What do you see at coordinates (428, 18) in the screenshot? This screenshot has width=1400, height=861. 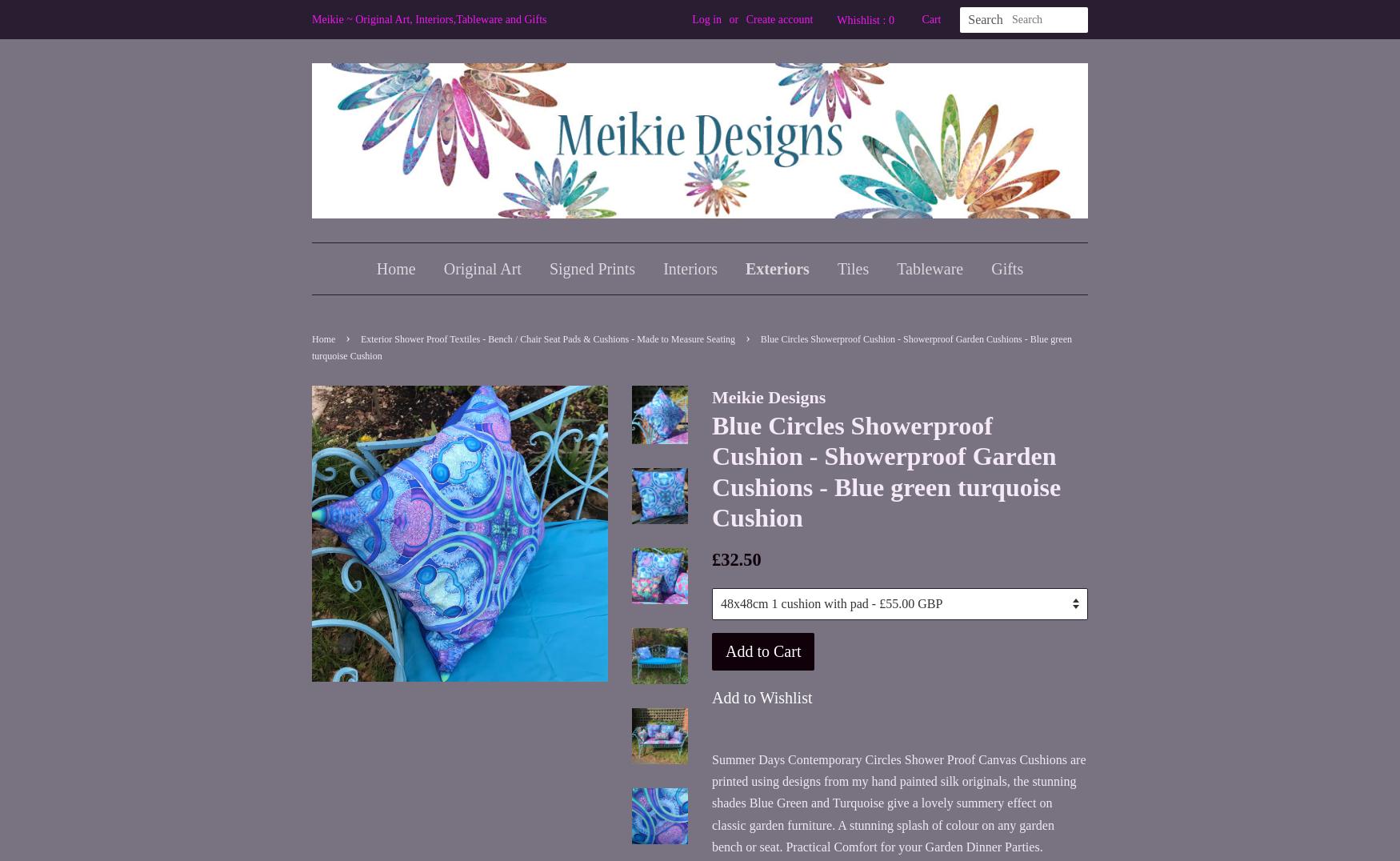 I see `'Meikie ~ Original Art, Interiors,Tableware and Gifts'` at bounding box center [428, 18].